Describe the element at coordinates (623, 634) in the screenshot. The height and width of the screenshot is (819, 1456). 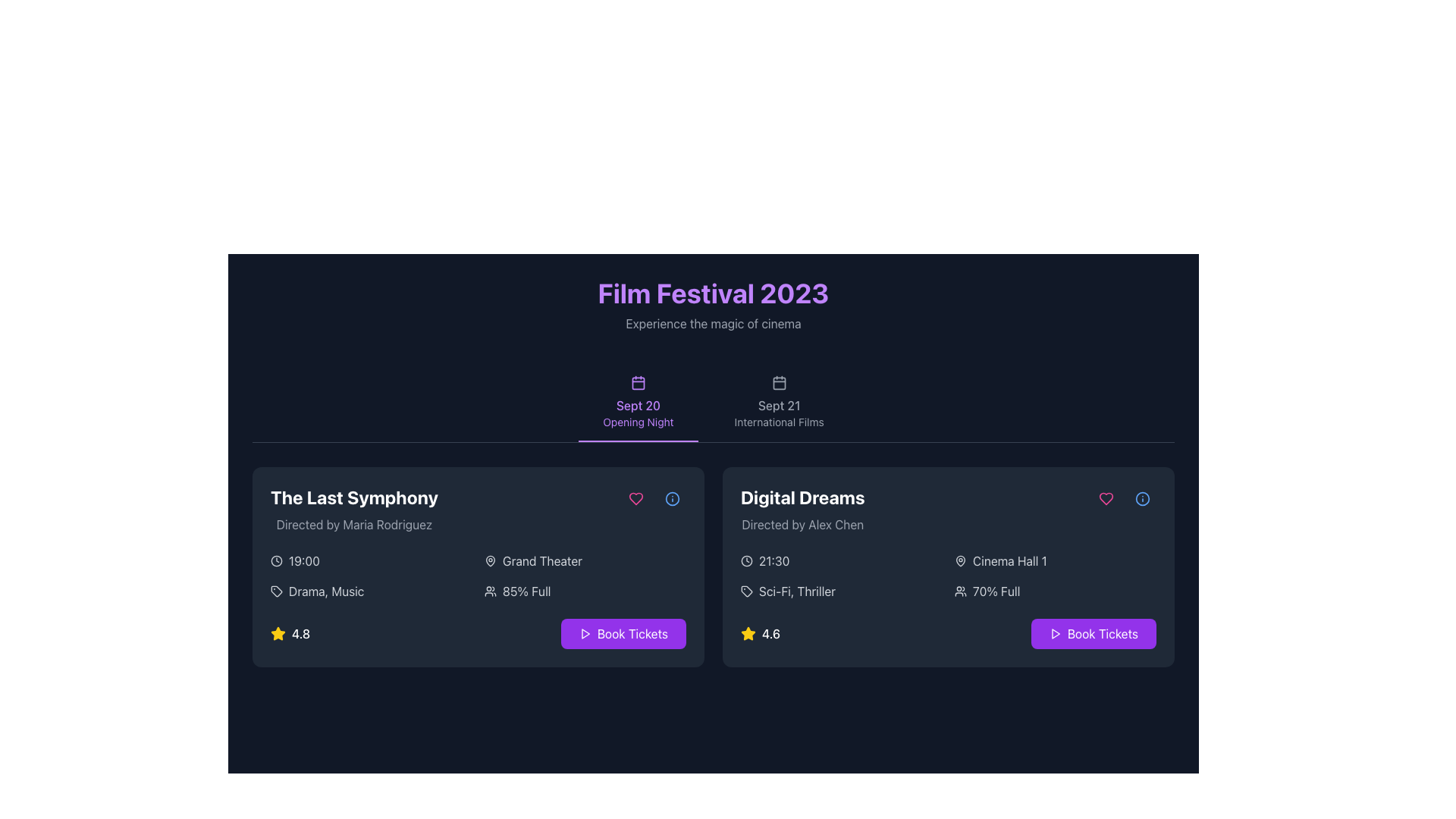
I see `the 'Book Tickets' button with a purple background and white text located in the bottom right corner of the card labeled 'The Last Symphony' to book tickets` at that location.